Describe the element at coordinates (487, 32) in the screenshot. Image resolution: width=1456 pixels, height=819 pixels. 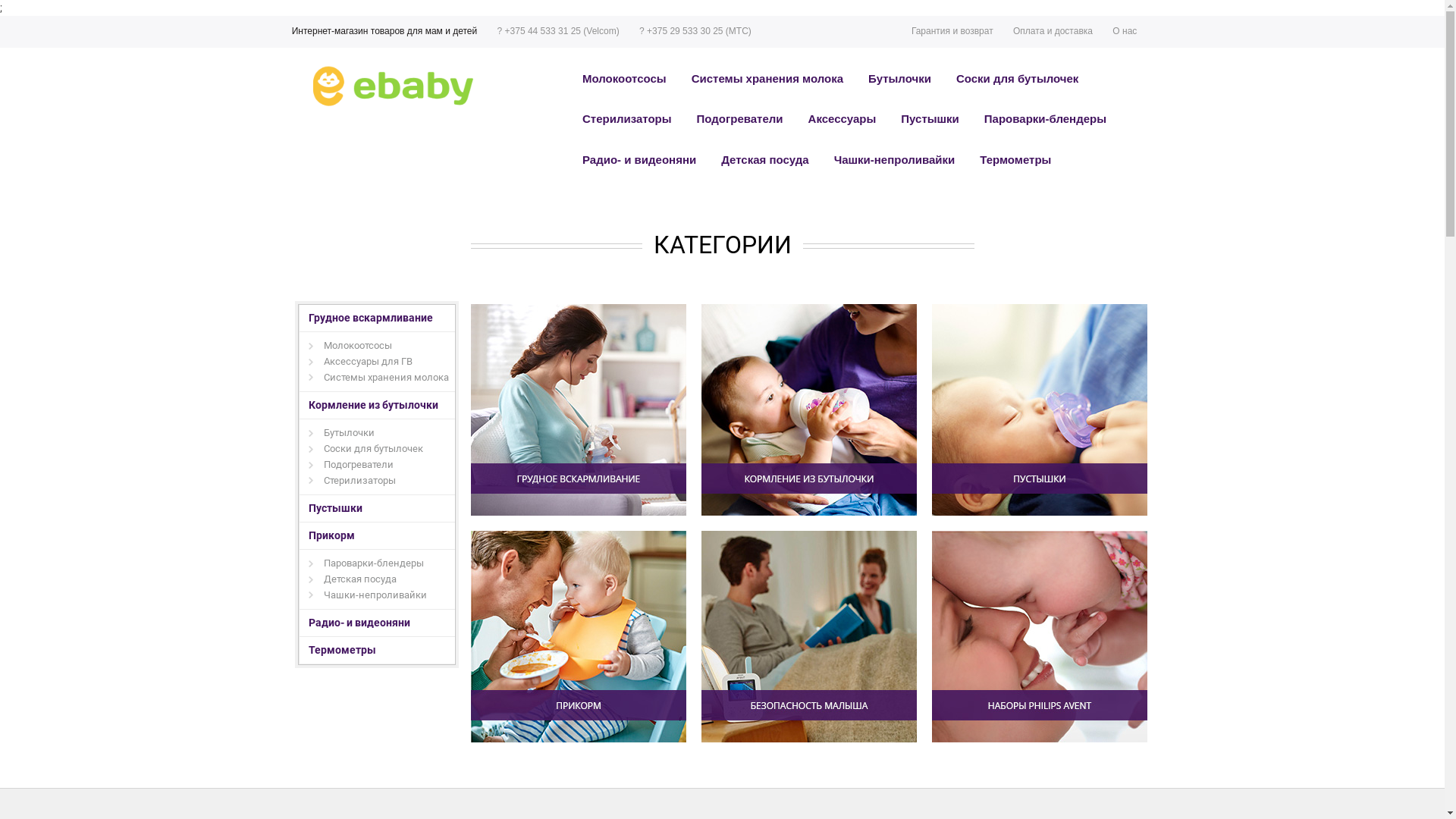
I see `'? +375 44 533 31 25 (Velcom)'` at that location.